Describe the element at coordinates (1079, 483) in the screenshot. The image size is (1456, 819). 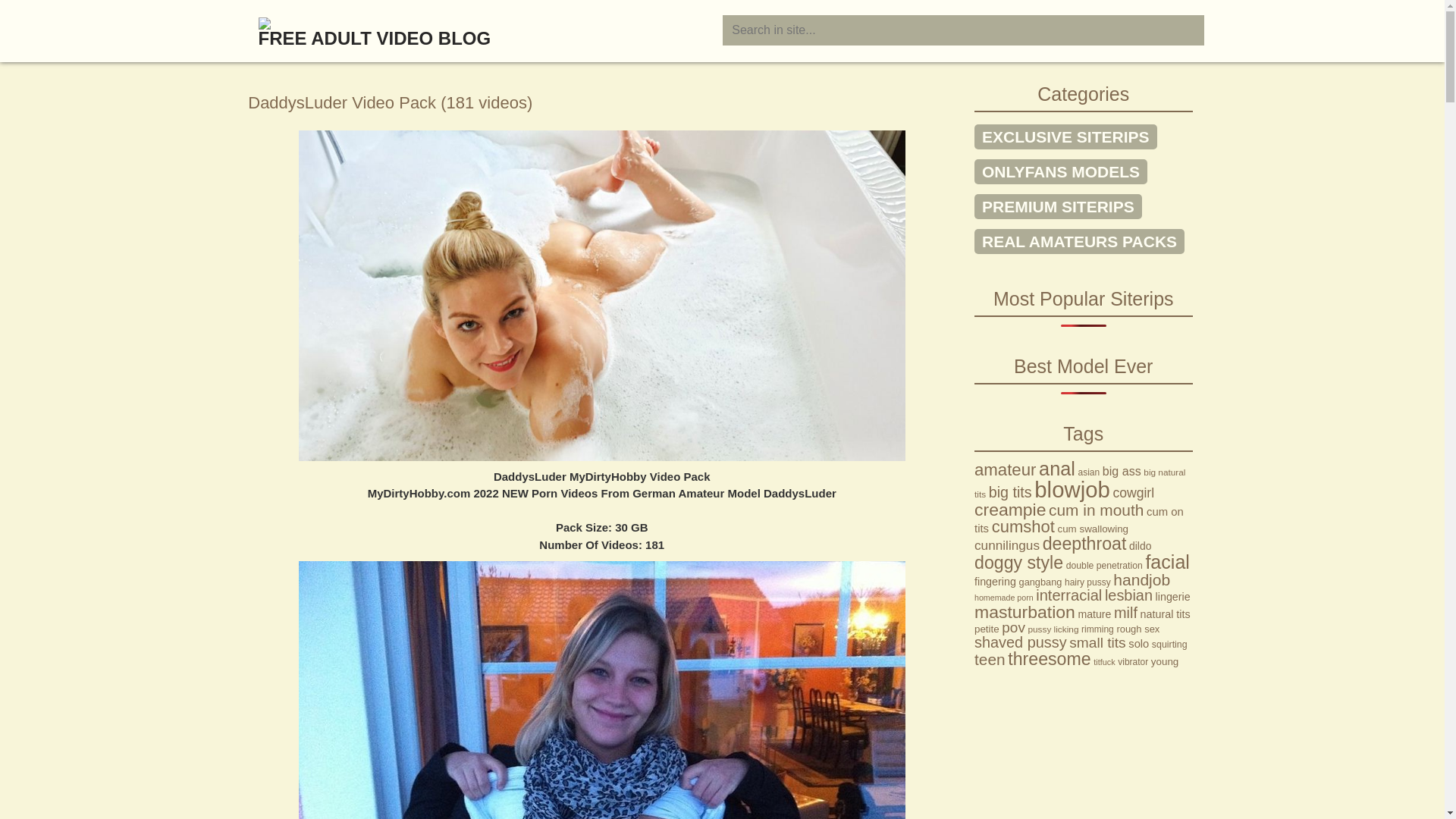
I see `'big natural tits'` at that location.